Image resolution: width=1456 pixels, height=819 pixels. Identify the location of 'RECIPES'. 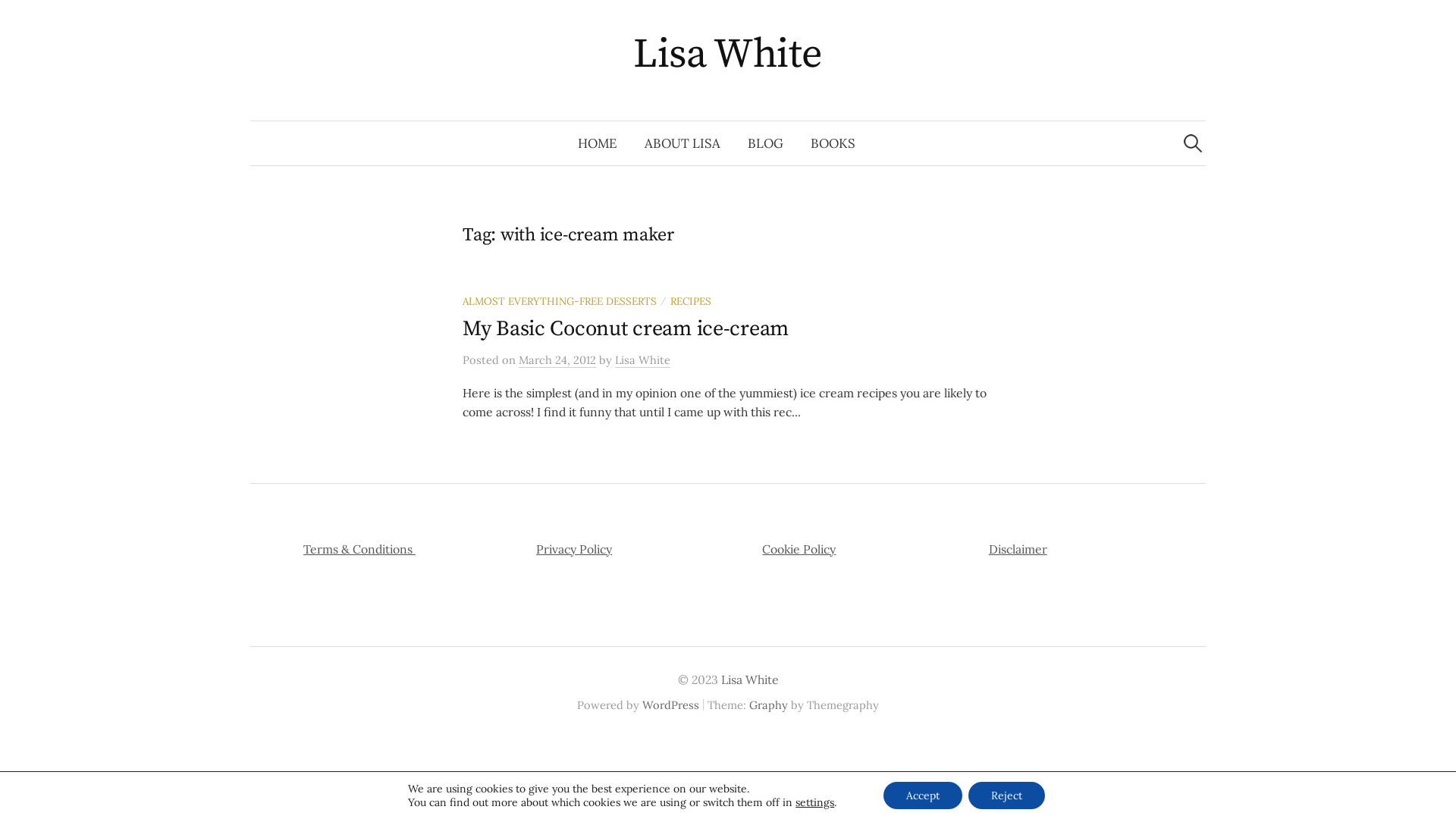
(690, 301).